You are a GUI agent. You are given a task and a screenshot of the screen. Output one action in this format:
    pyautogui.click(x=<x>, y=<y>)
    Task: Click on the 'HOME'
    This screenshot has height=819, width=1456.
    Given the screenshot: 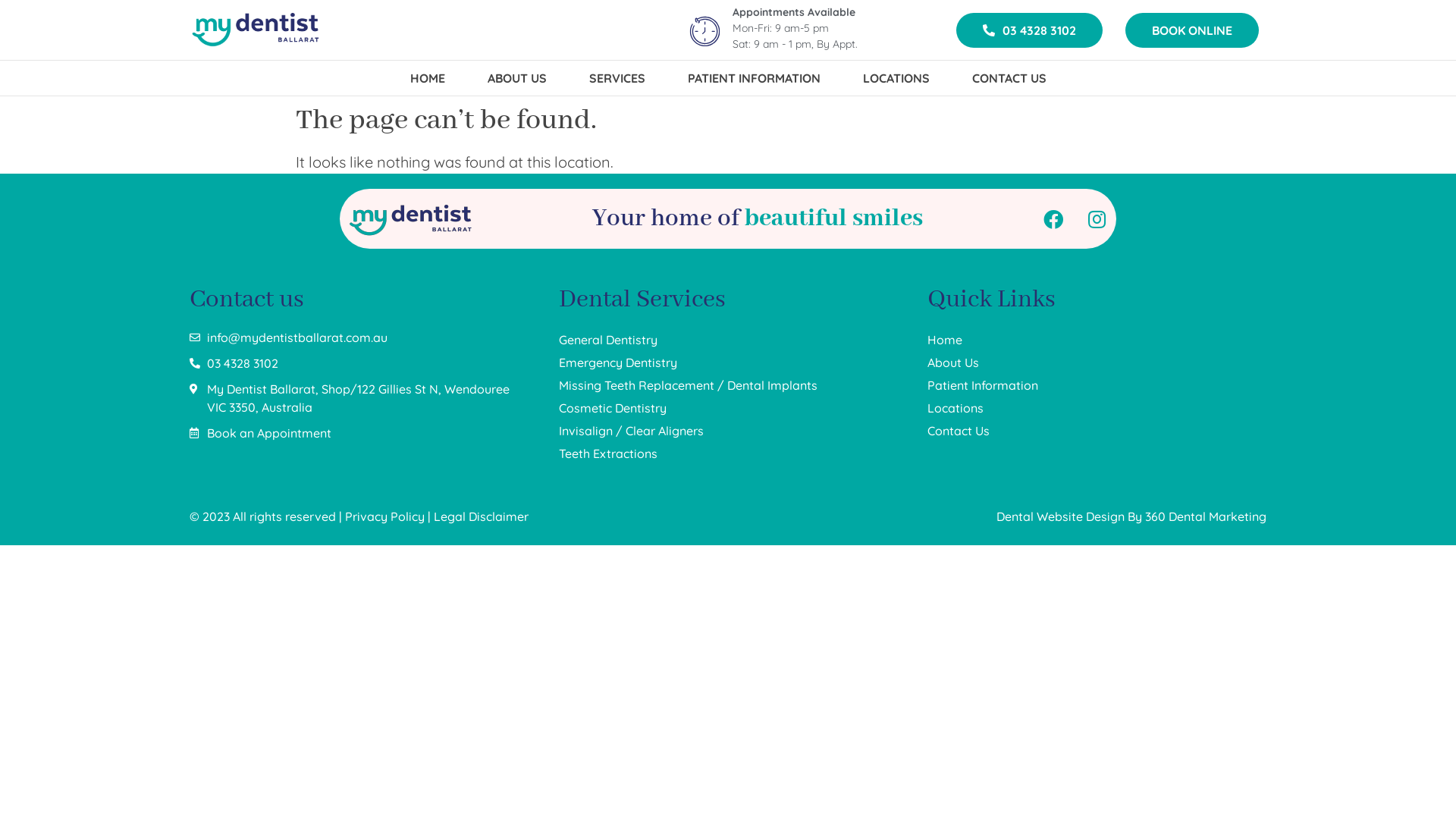 What is the action you would take?
    pyautogui.click(x=425, y=78)
    